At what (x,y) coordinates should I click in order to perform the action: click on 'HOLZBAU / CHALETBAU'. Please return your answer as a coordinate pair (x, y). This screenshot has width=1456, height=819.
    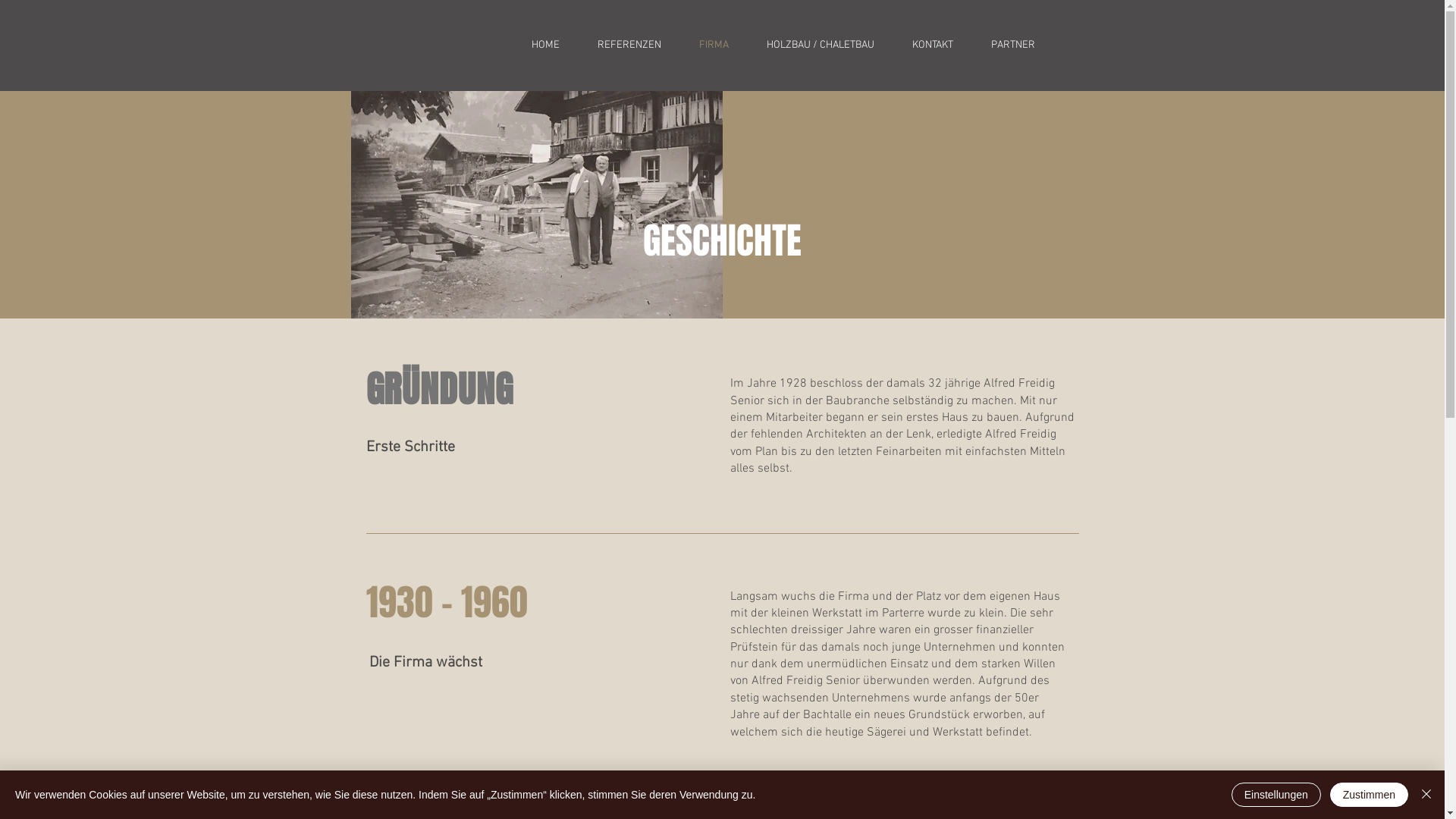
    Looking at the image, I should click on (747, 45).